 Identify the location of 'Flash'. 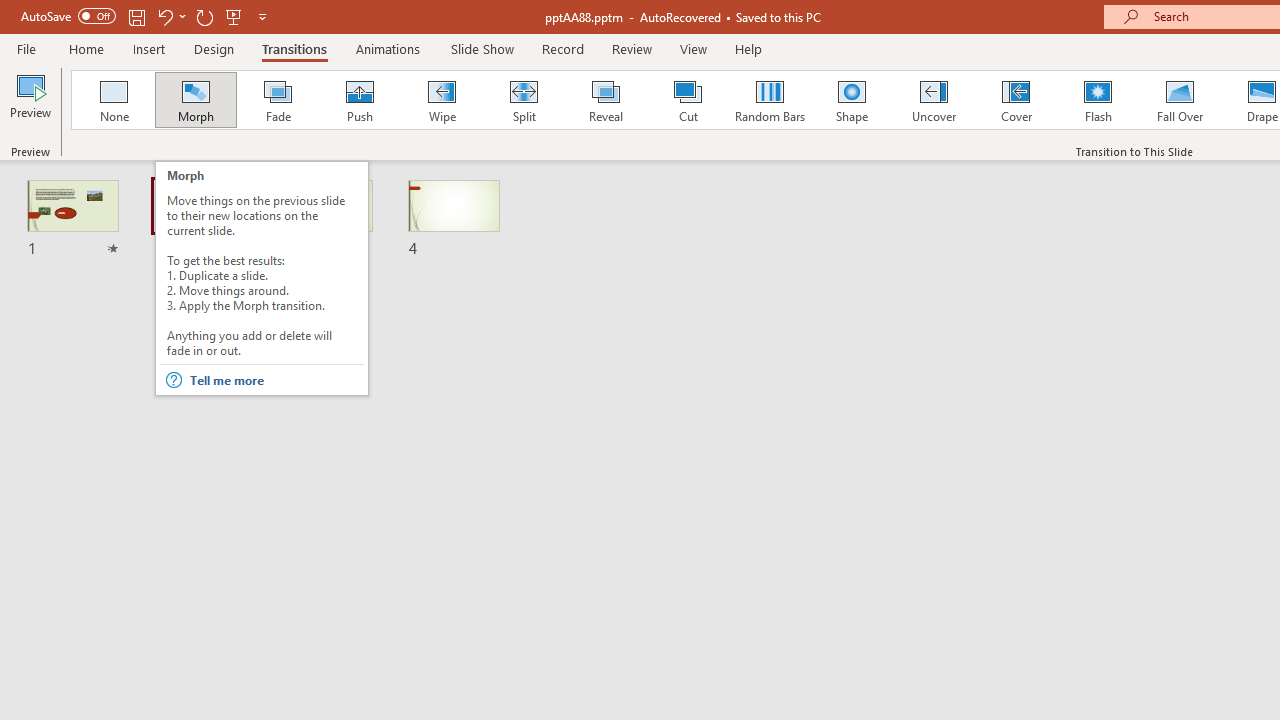
(1097, 100).